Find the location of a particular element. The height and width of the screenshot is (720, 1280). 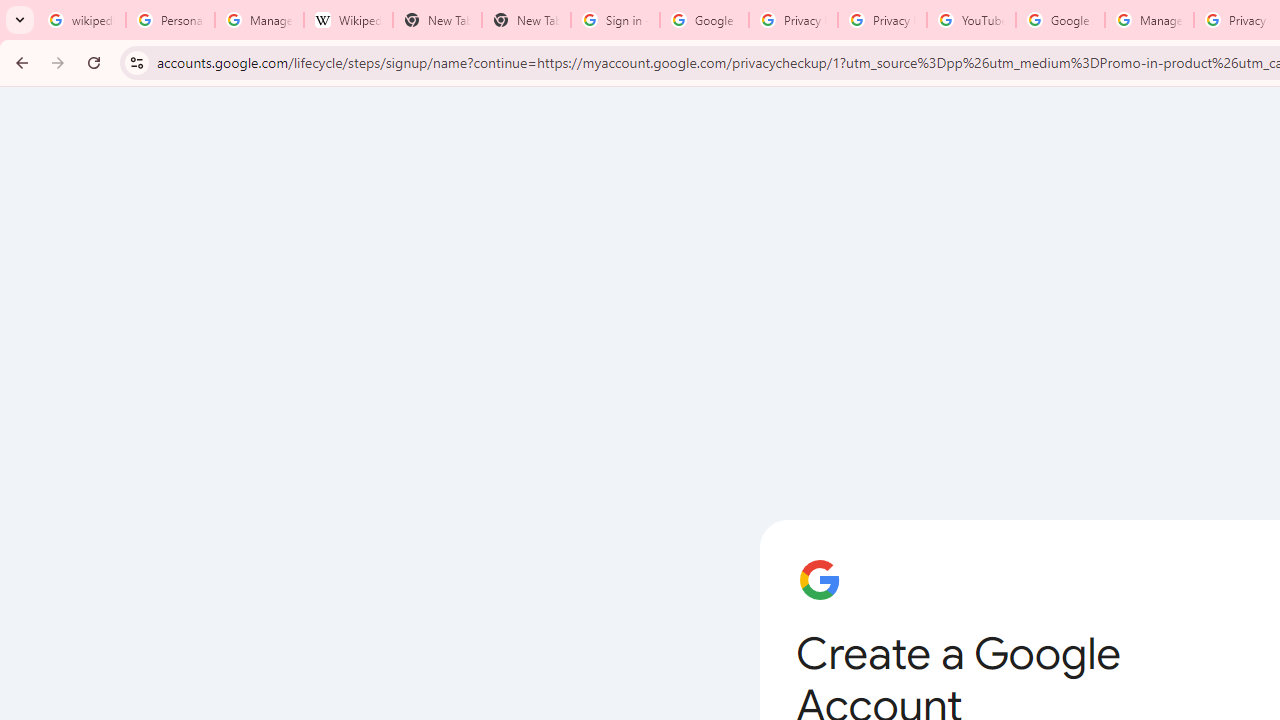

'Google Account Help' is located at coordinates (1059, 20).